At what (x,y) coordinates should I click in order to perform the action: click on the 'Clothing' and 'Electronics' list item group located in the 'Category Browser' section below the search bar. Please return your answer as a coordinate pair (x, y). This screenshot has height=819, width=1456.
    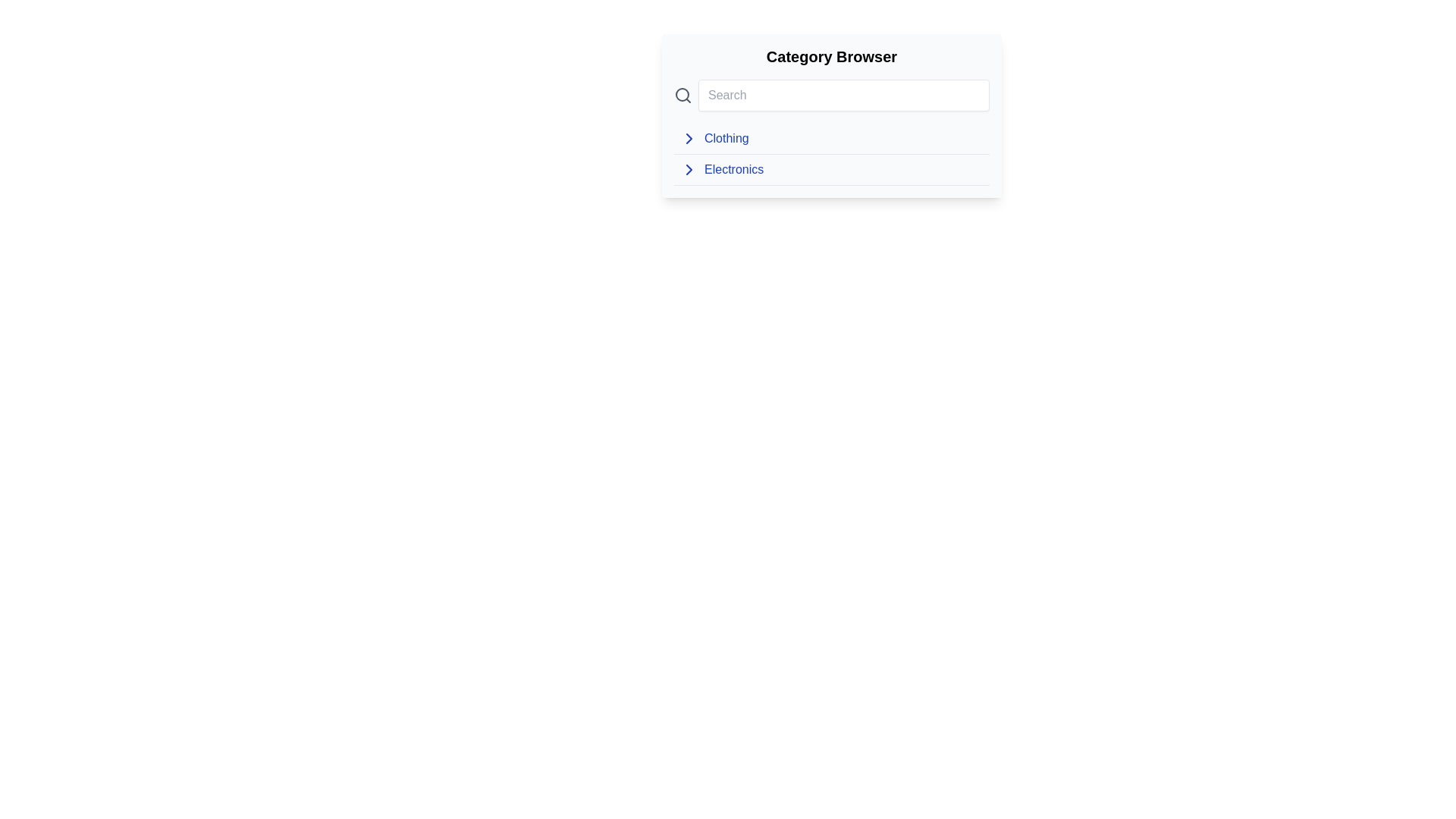
    Looking at the image, I should click on (831, 155).